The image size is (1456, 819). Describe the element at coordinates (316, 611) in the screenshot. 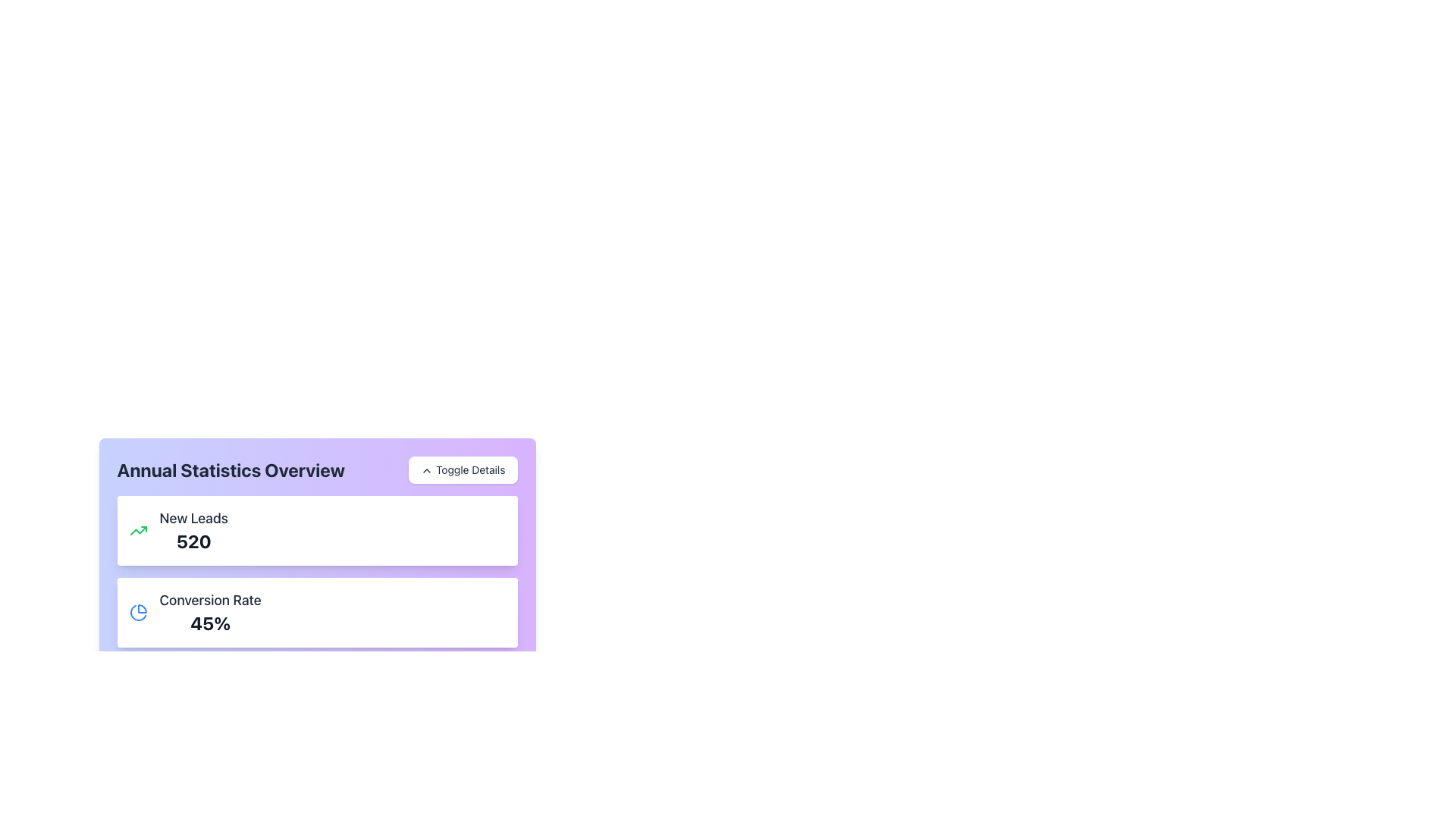

I see `contents of the data display card that shows the conversion rate metric, which is the second card in a vertical list of three cards` at that location.